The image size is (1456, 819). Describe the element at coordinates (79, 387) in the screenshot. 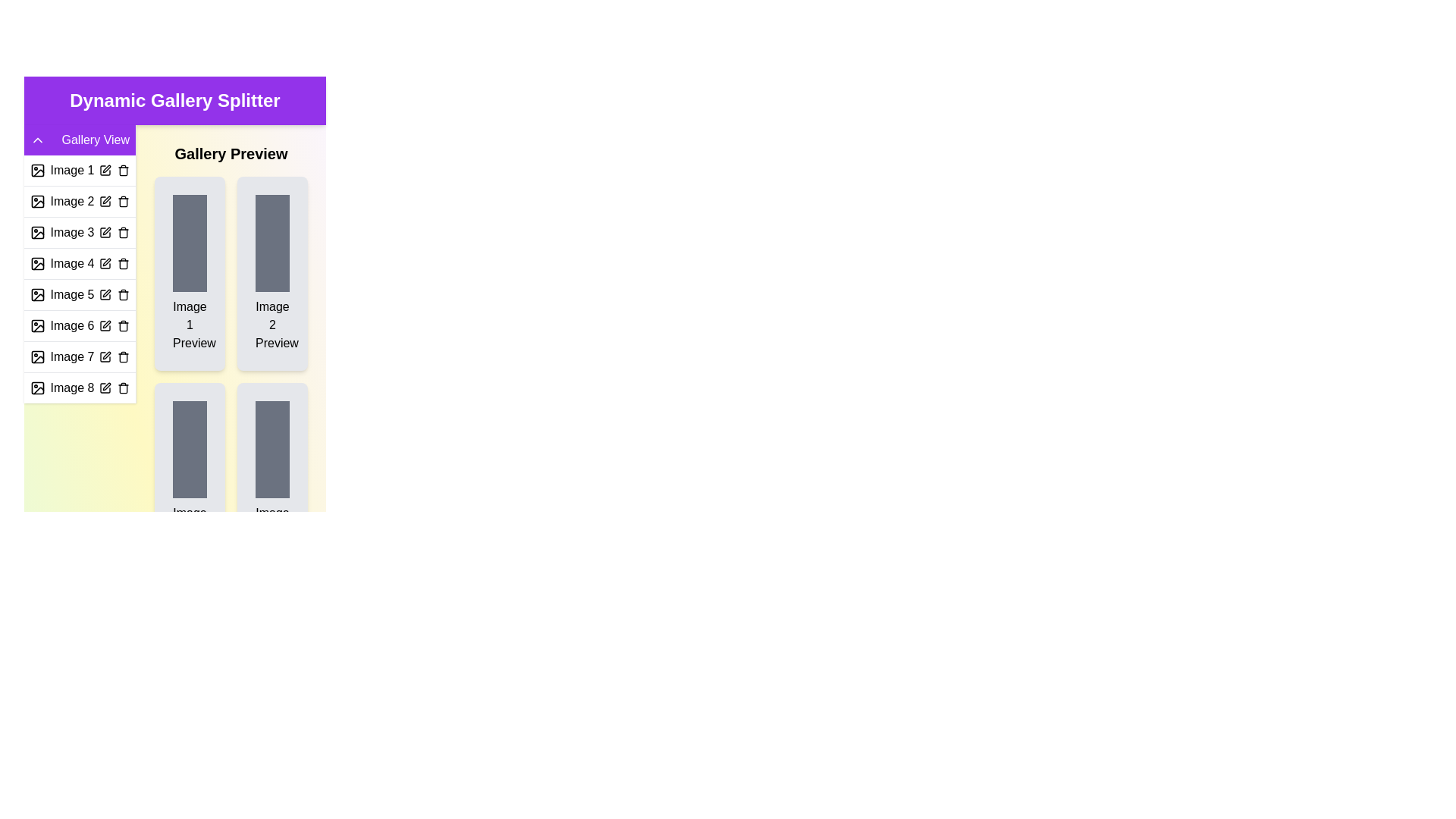

I see `the last gallery item representing 'Image 8' in the 'Gallery View' section` at that location.